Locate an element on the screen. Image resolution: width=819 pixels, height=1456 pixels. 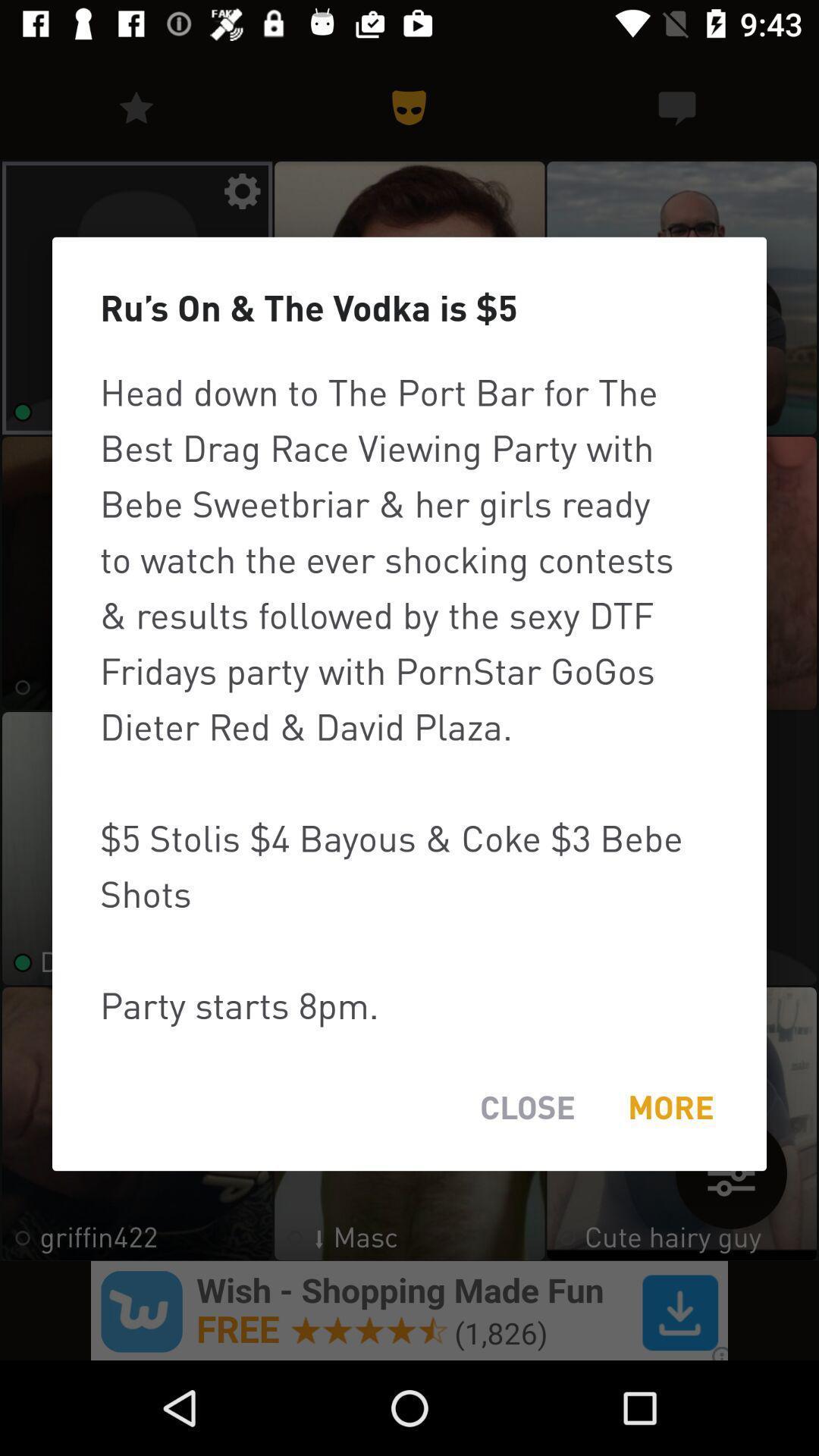
more at the bottom right corner is located at coordinates (670, 1107).